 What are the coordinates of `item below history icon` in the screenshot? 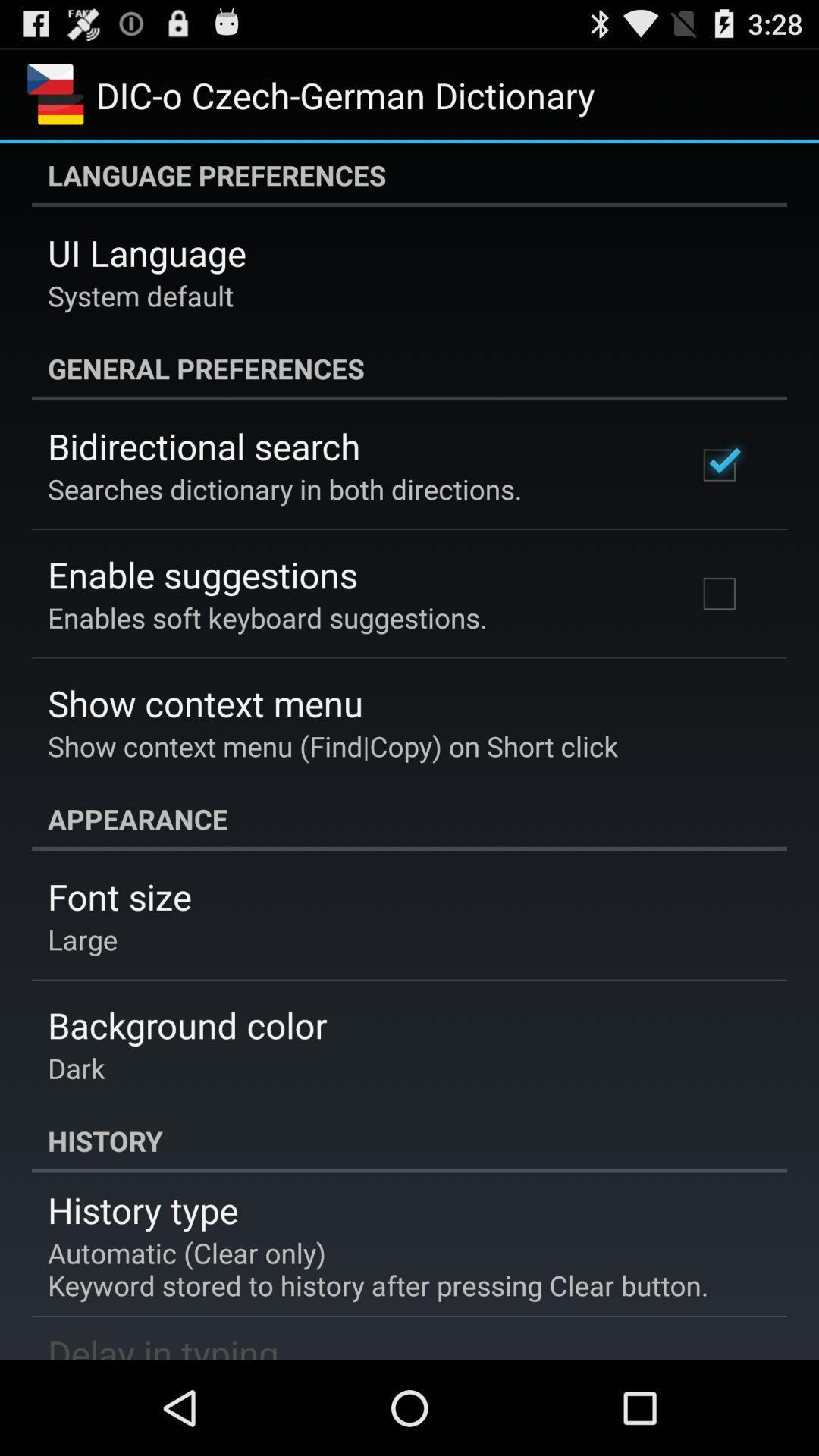 It's located at (143, 1209).